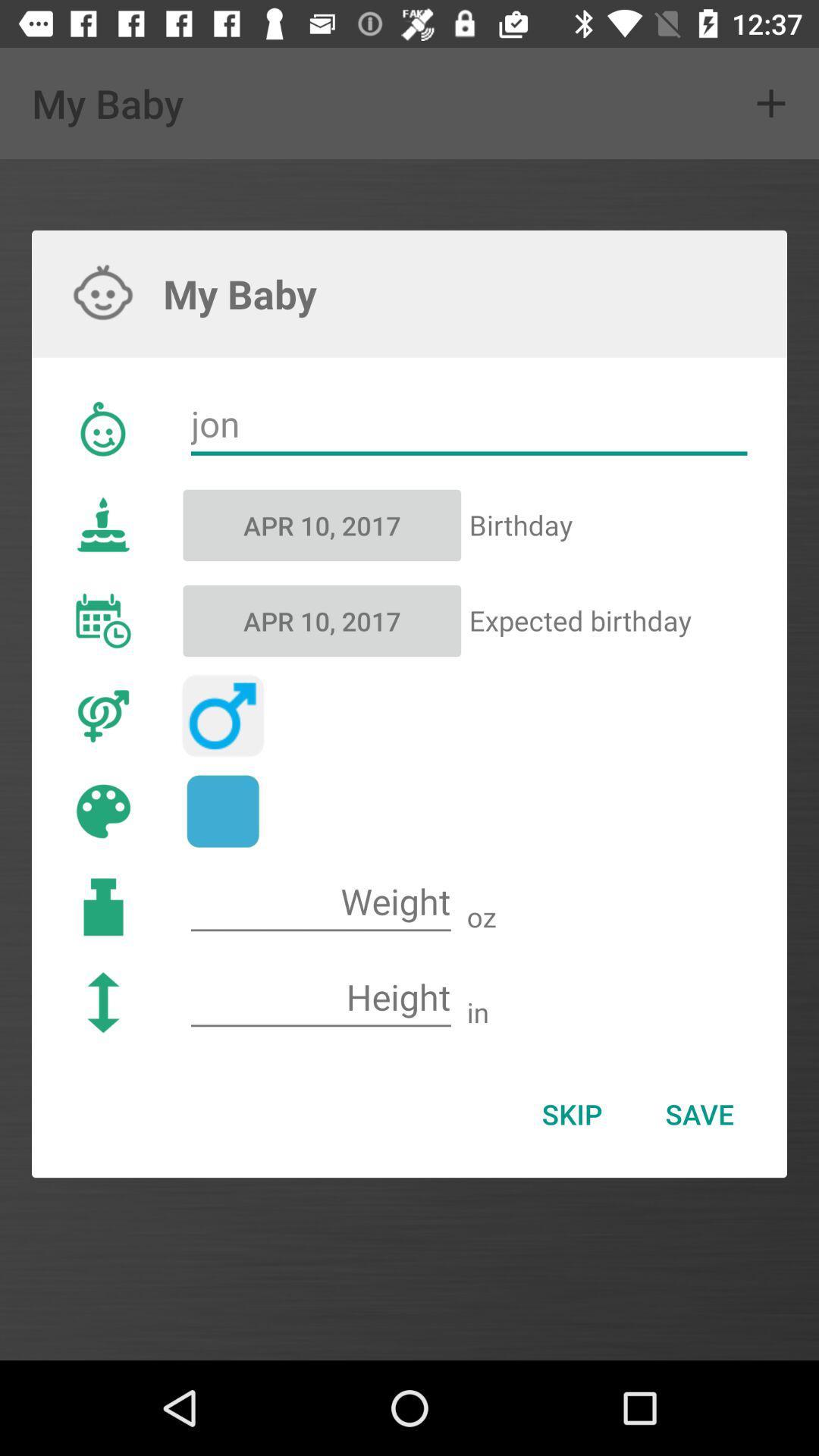 Image resolution: width=819 pixels, height=1456 pixels. What do you see at coordinates (222, 811) in the screenshot?
I see `color blue` at bounding box center [222, 811].